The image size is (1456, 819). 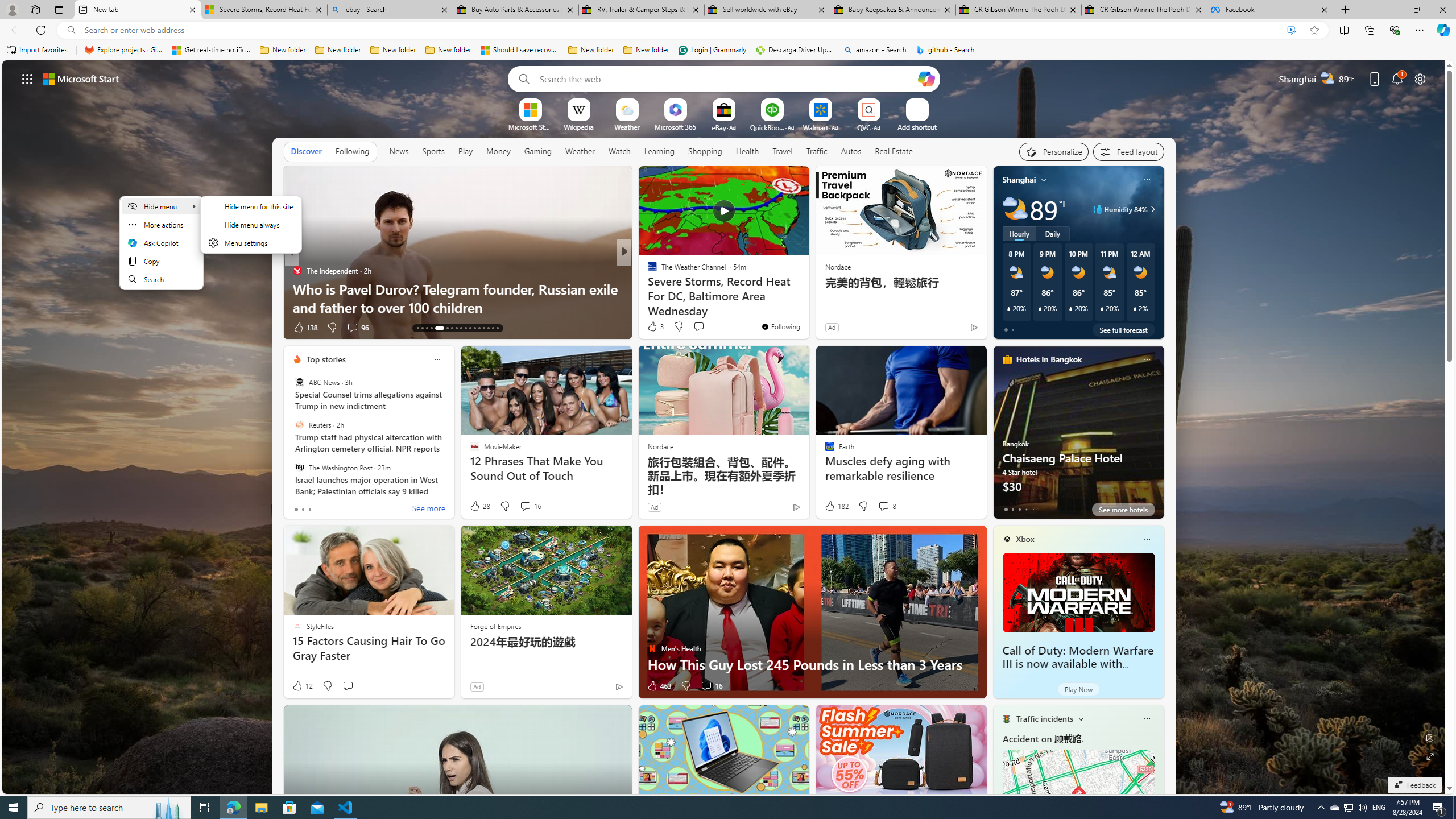 I want to click on 'Daily', so click(x=1052, y=233).